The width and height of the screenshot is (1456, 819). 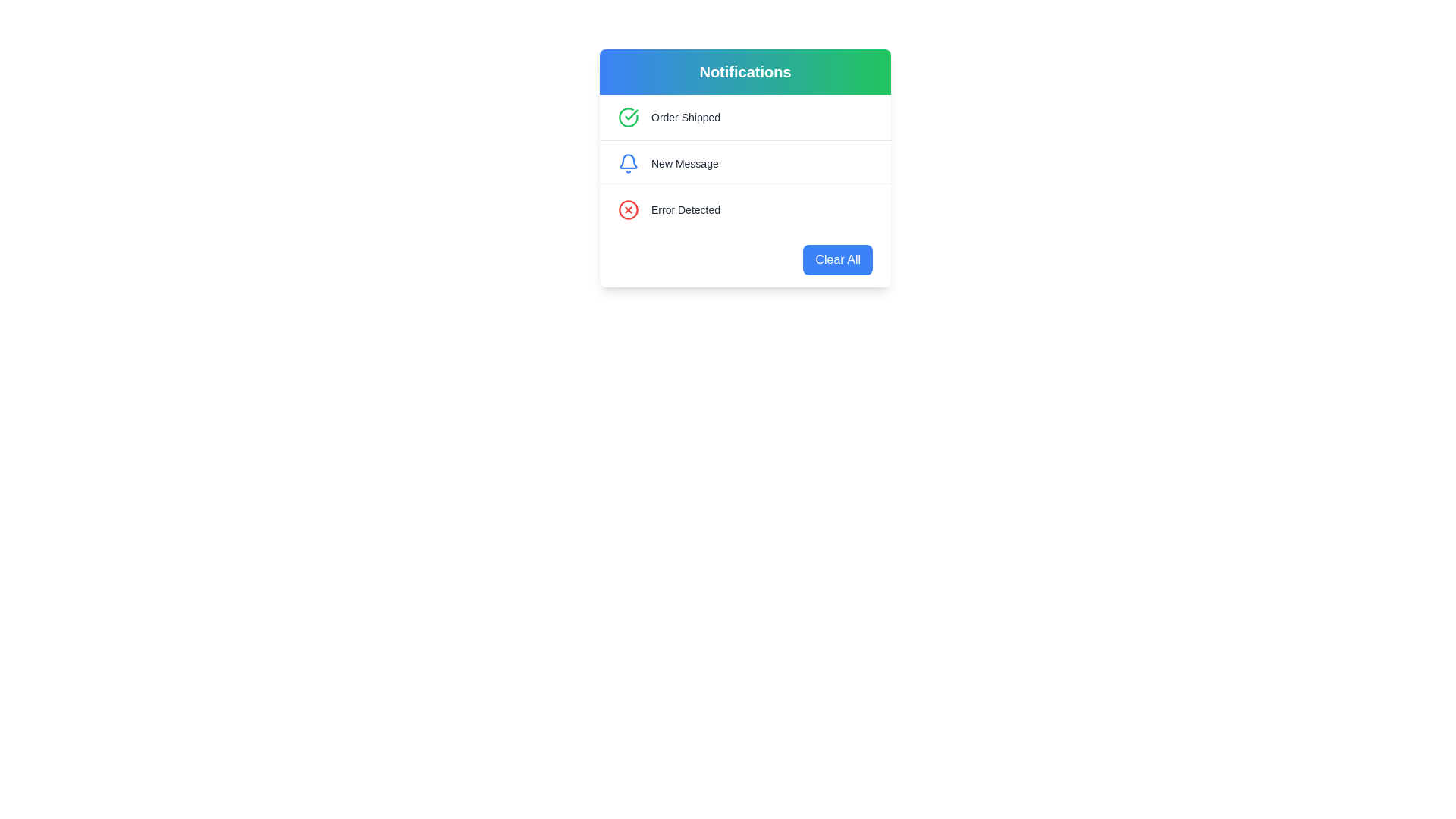 What do you see at coordinates (629, 164) in the screenshot?
I see `the blue bell-shaped icon located within the 'New Message' notification entry, which is positioned to the left of the text label 'New Message'` at bounding box center [629, 164].